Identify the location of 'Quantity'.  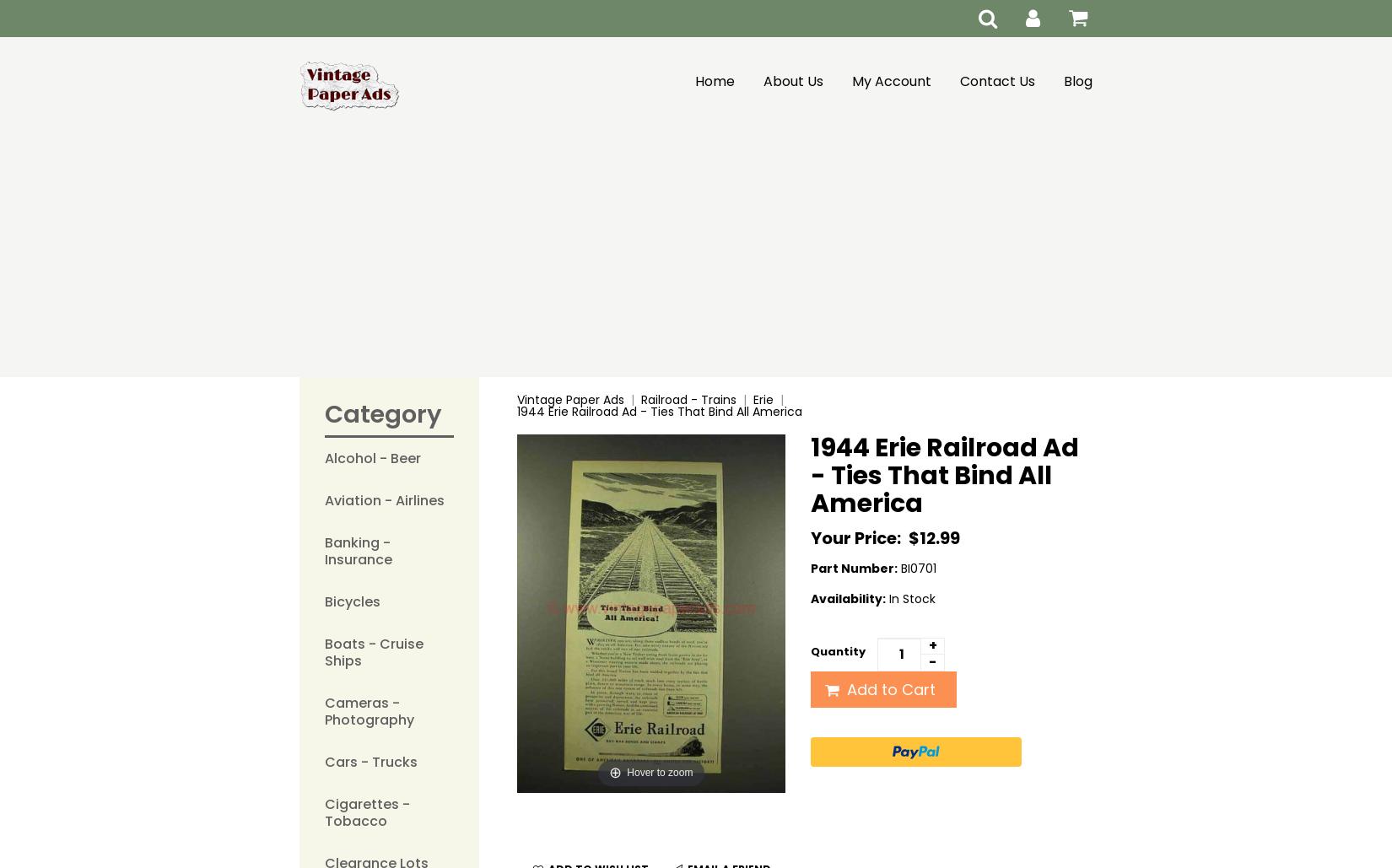
(838, 651).